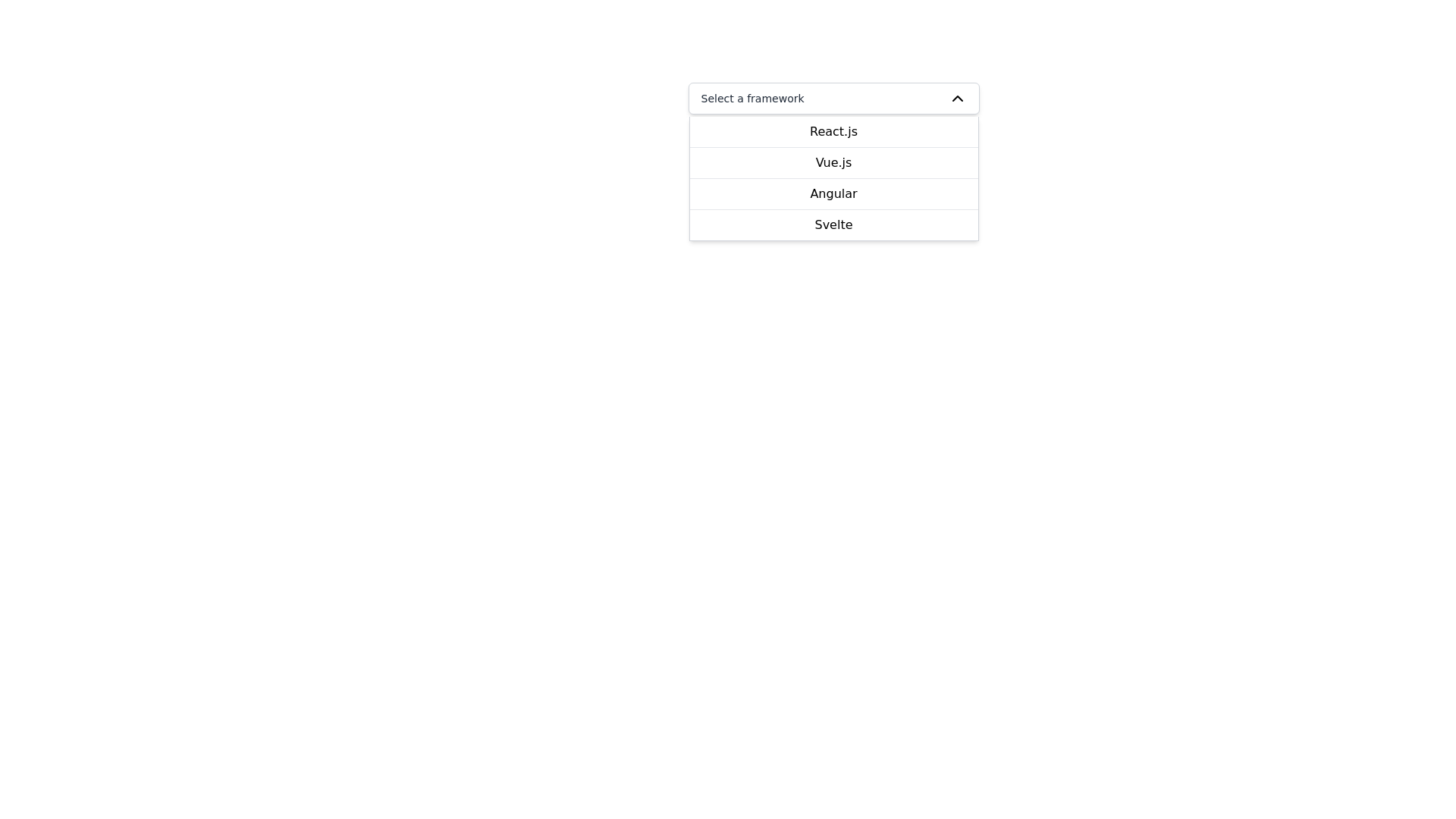  What do you see at coordinates (833, 224) in the screenshot?
I see `the 'Svelte' option within the dropdown menu under the heading 'Select a framework'` at bounding box center [833, 224].